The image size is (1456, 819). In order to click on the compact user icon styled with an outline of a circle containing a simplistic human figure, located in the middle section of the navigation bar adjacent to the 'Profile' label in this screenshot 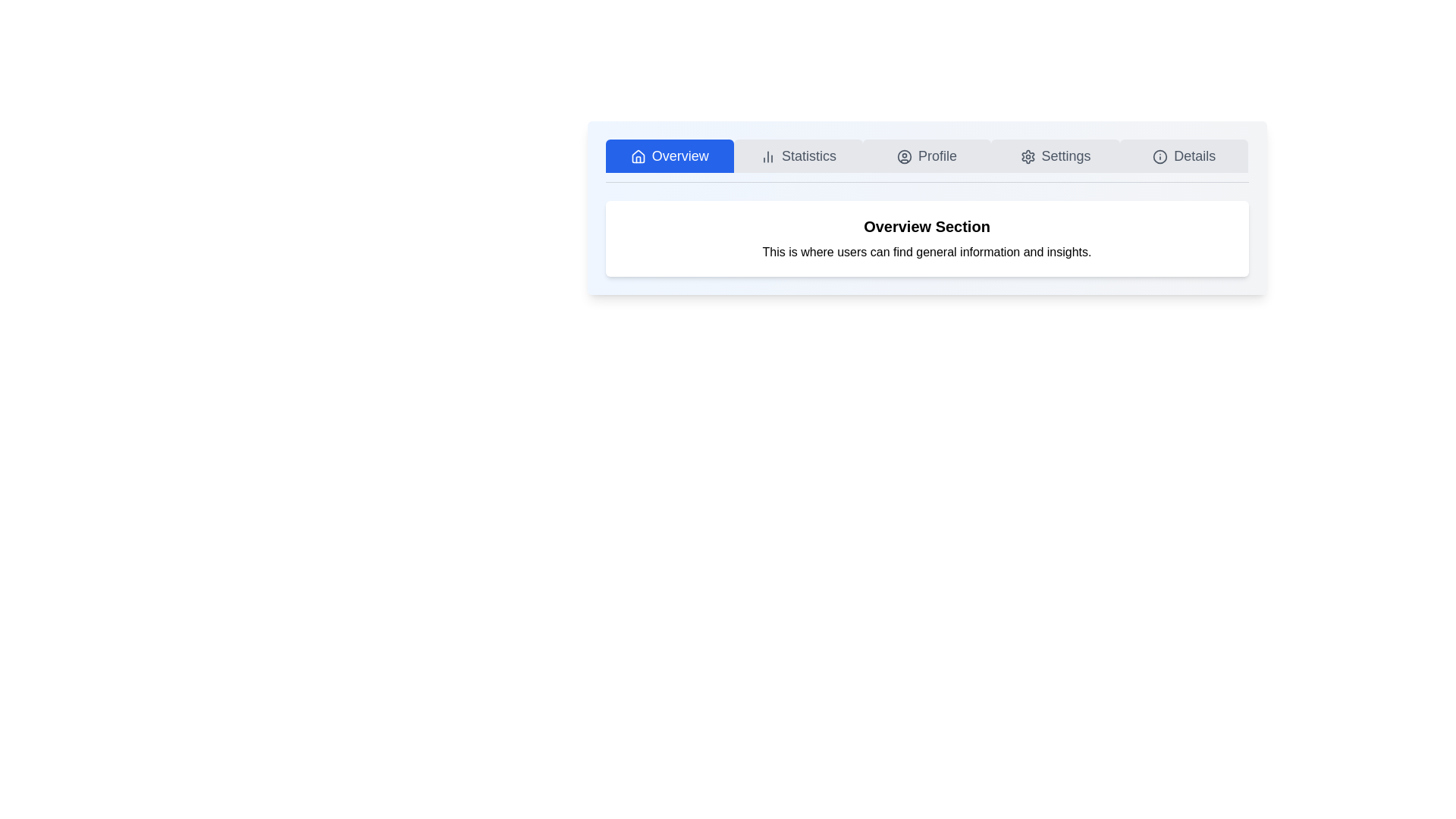, I will do `click(904, 157)`.